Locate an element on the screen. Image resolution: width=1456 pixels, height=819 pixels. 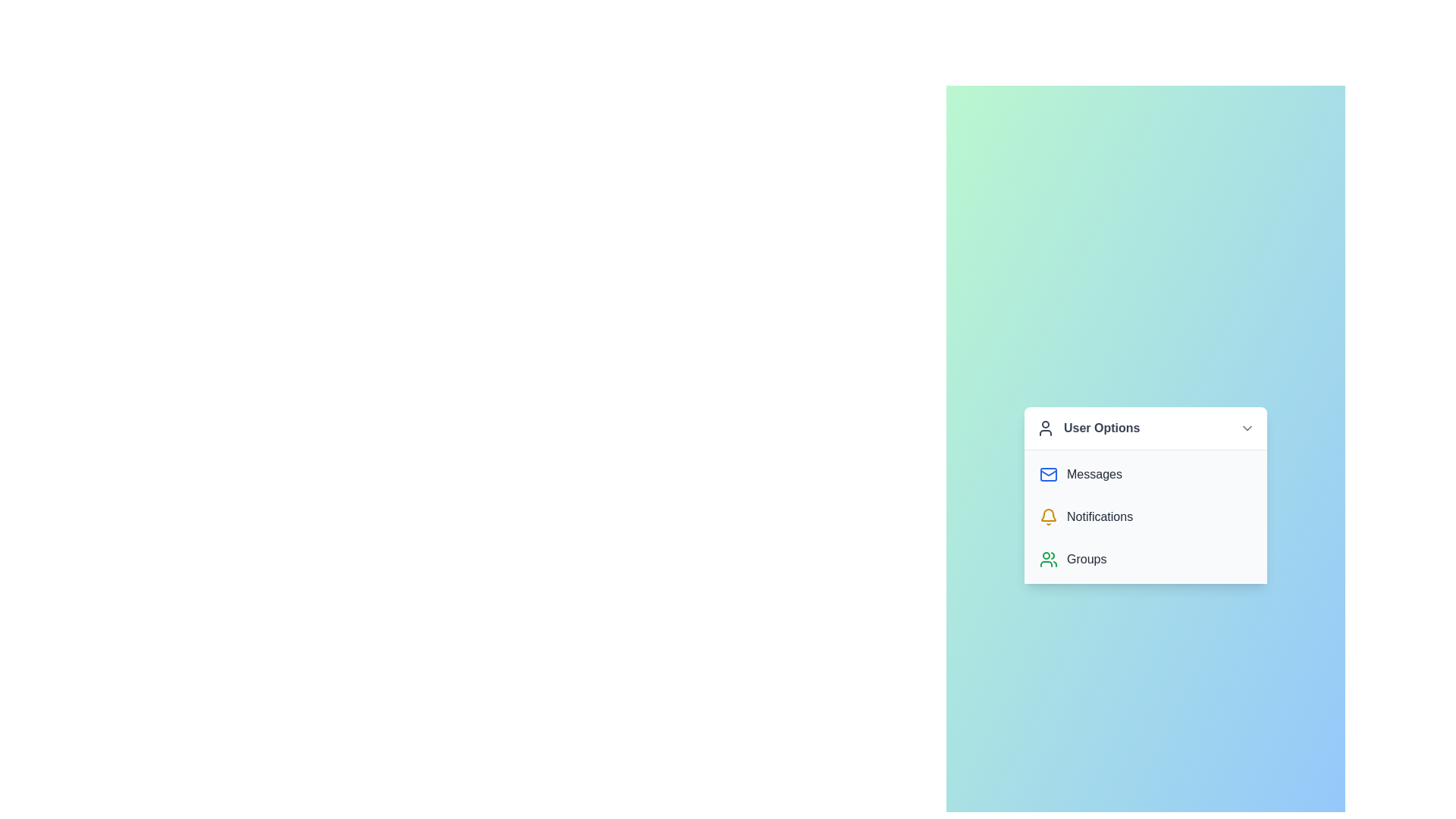
the 'User Options' text label with a user icon is located at coordinates (1087, 427).